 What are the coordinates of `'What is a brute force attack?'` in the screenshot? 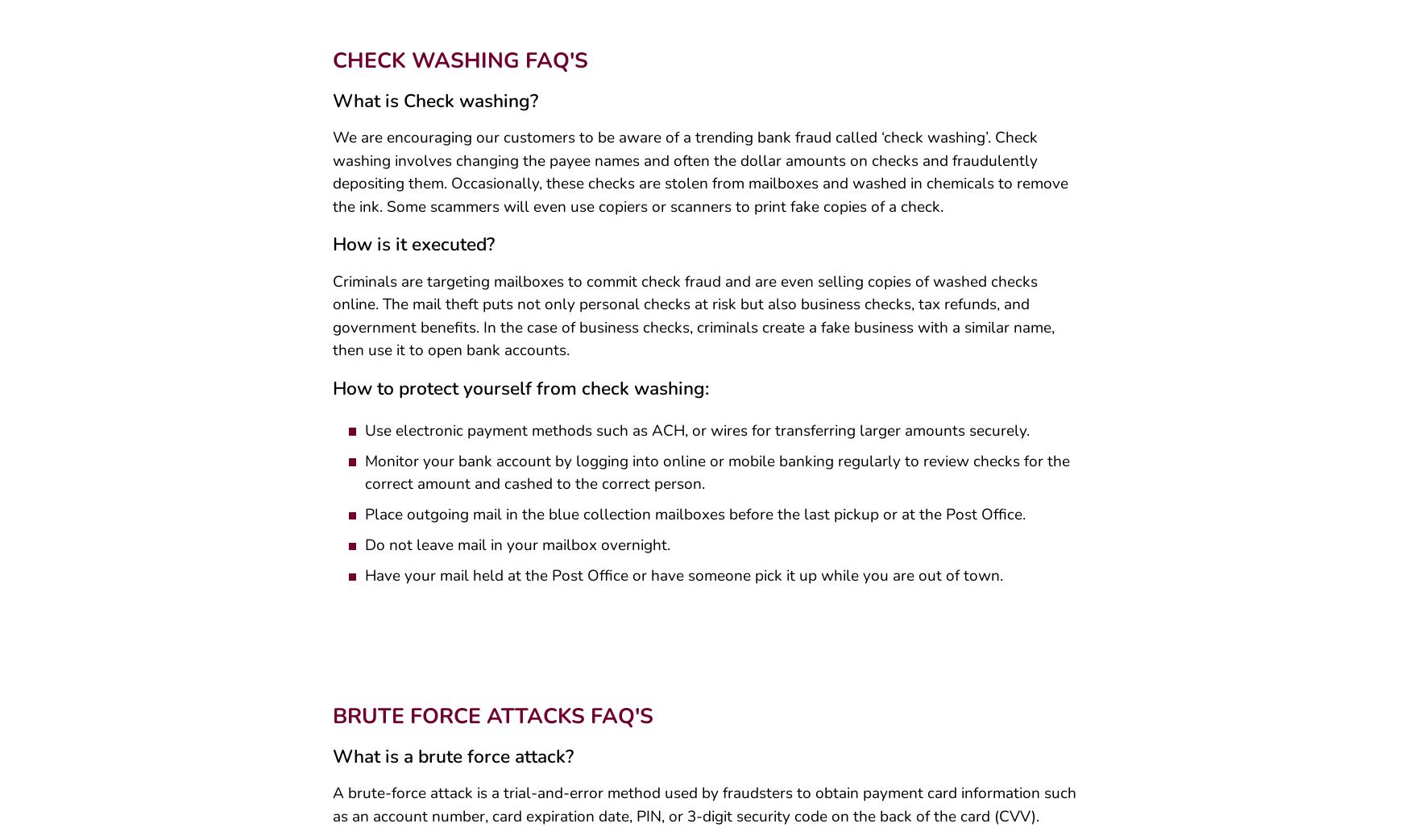 It's located at (451, 761).